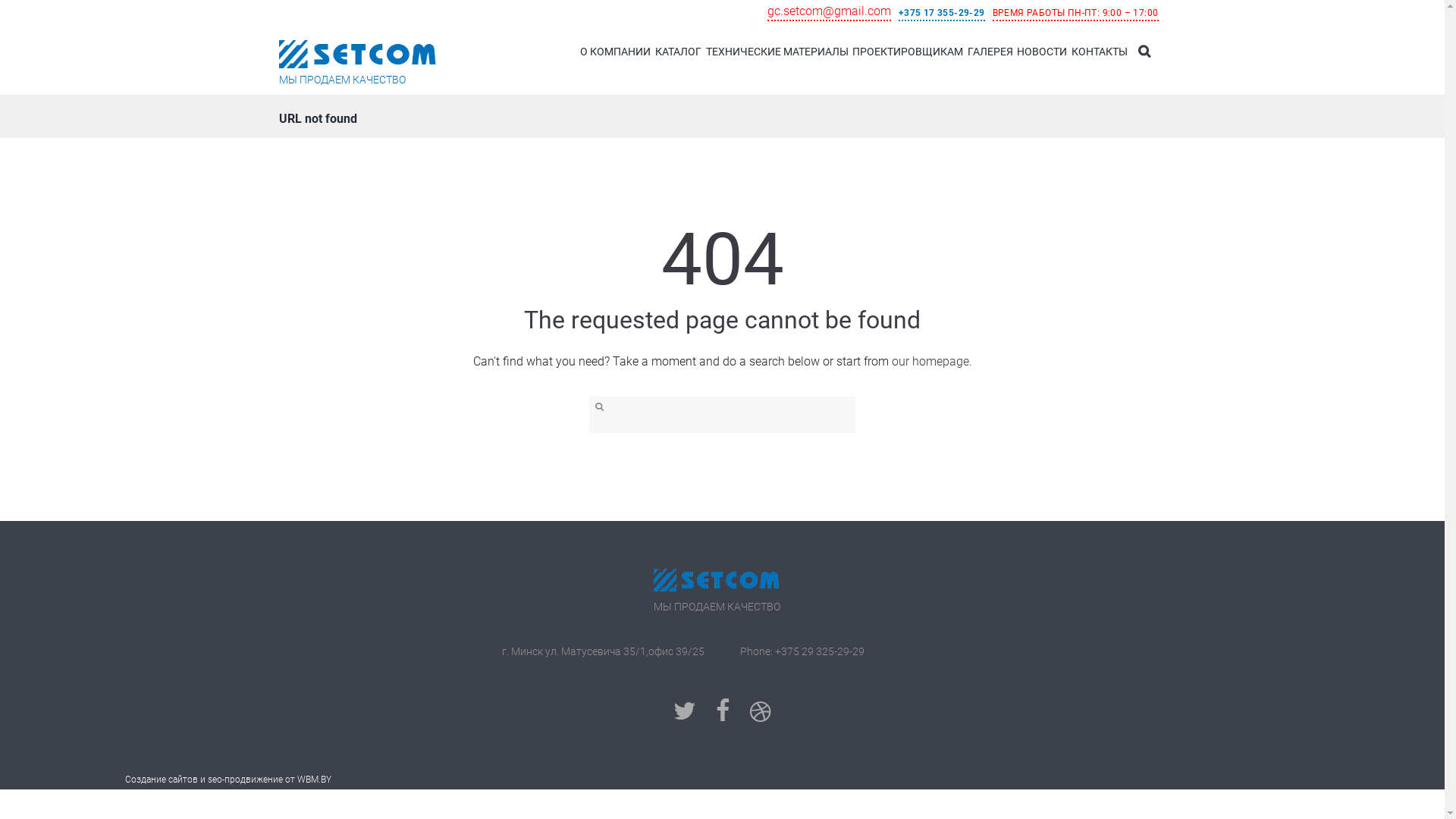 The height and width of the screenshot is (819, 1456). What do you see at coordinates (767, 12) in the screenshot?
I see `'gc.setcom@gmail.com'` at bounding box center [767, 12].